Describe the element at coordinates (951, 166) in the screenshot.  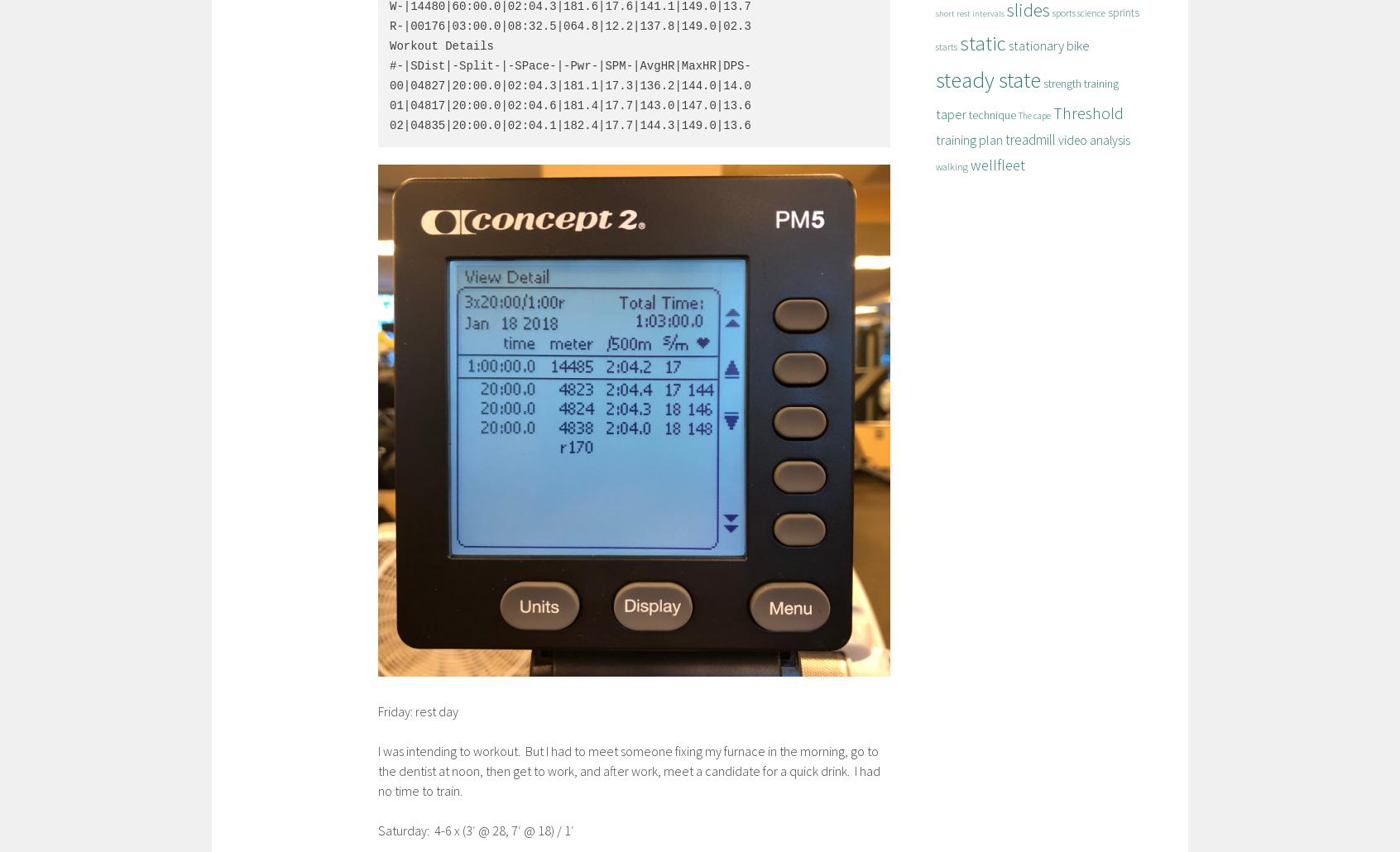
I see `'walking'` at that location.